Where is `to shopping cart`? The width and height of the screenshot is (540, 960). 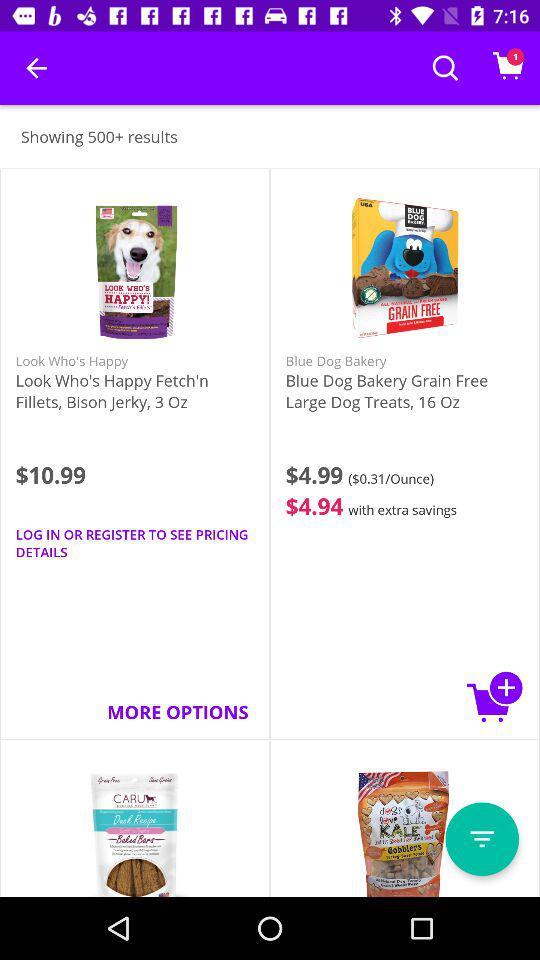 to shopping cart is located at coordinates (494, 696).